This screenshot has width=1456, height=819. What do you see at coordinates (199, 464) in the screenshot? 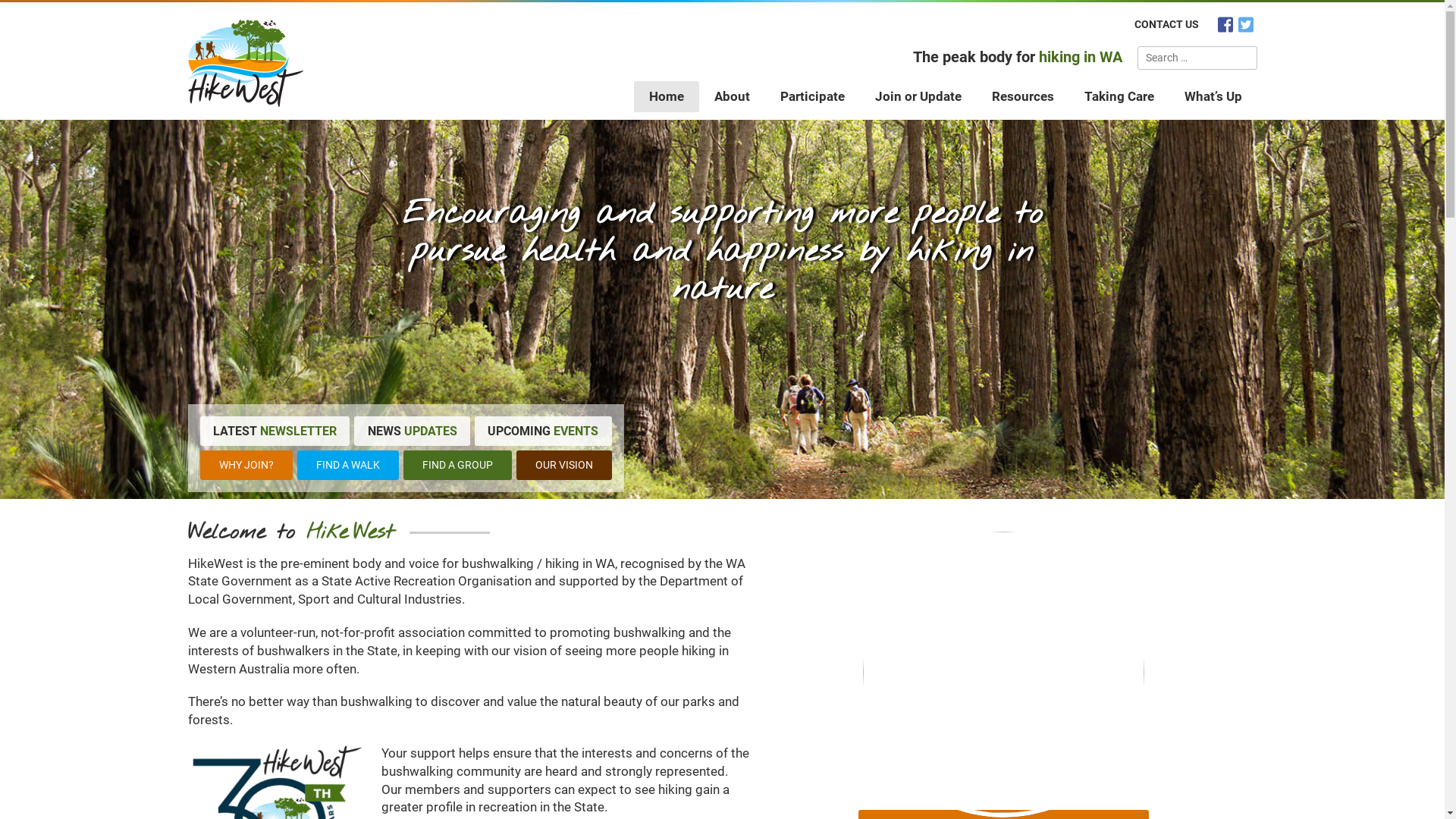
I see `'WHY JOIN?'` at bounding box center [199, 464].